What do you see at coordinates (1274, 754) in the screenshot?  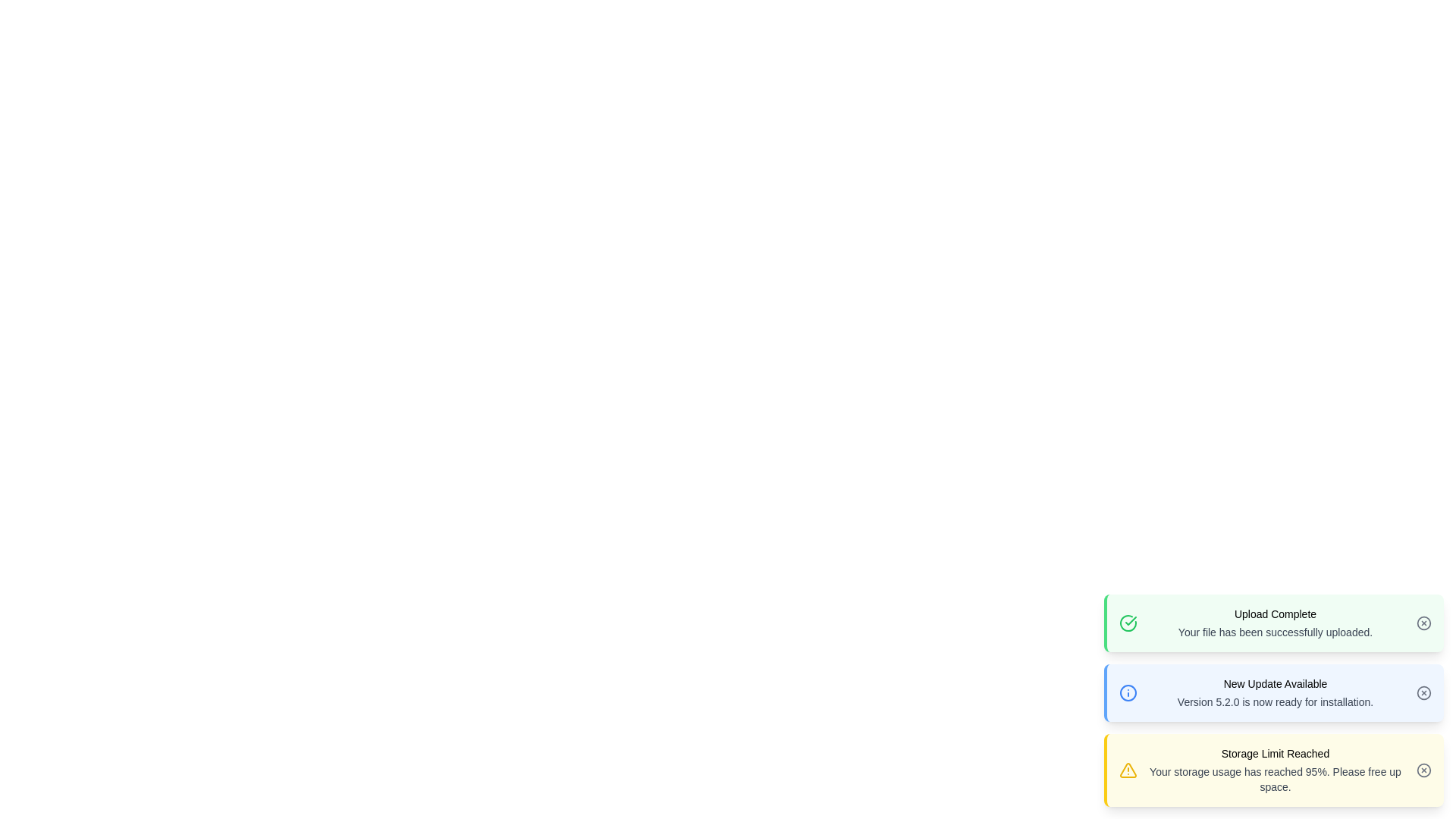 I see `the static text element displaying the message 'Storage Limit Reached', which is the title of the warning notification located at the bottom of the notification stack` at bounding box center [1274, 754].